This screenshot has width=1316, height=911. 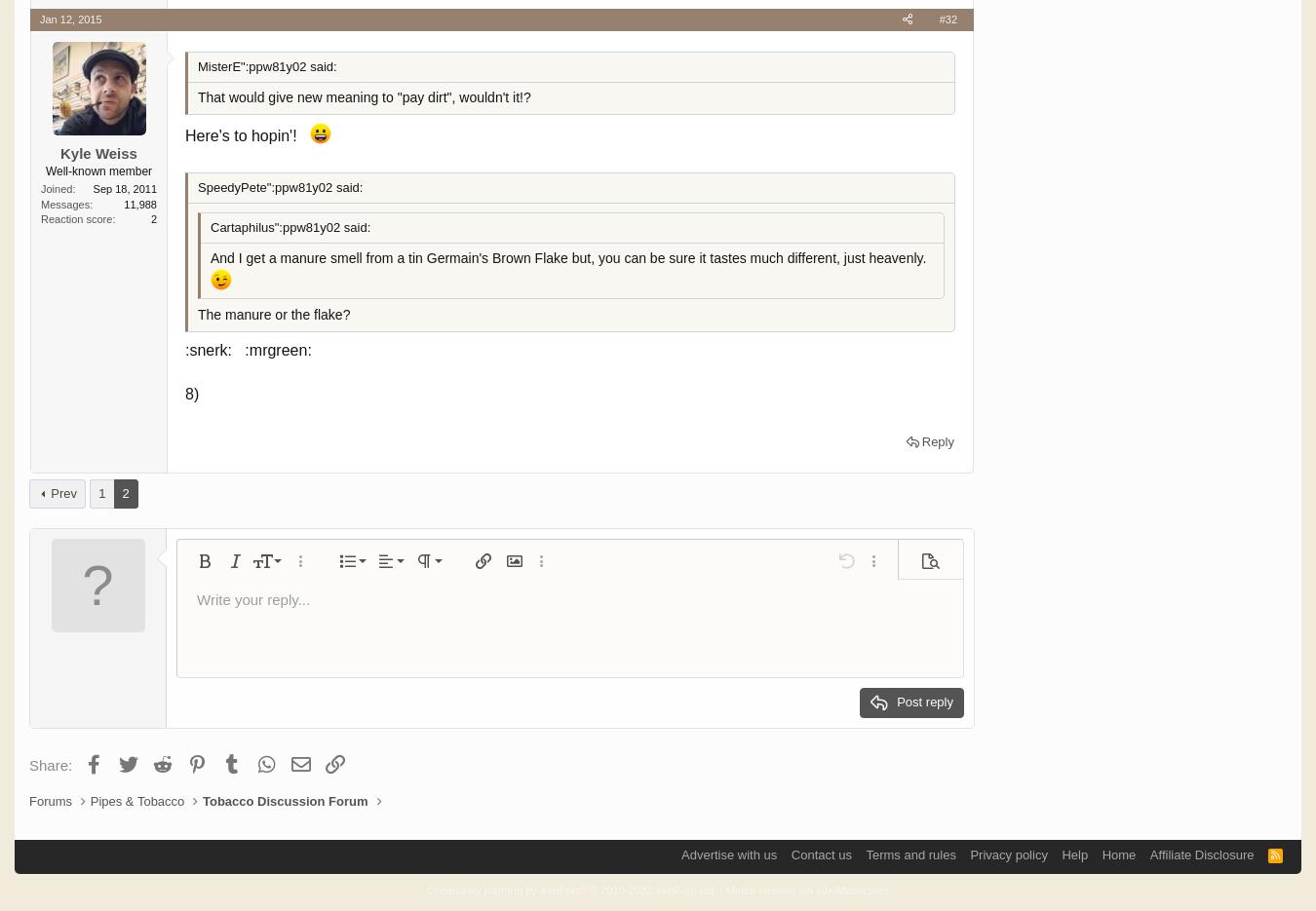 What do you see at coordinates (97, 152) in the screenshot?
I see `'Kyle Weiss'` at bounding box center [97, 152].